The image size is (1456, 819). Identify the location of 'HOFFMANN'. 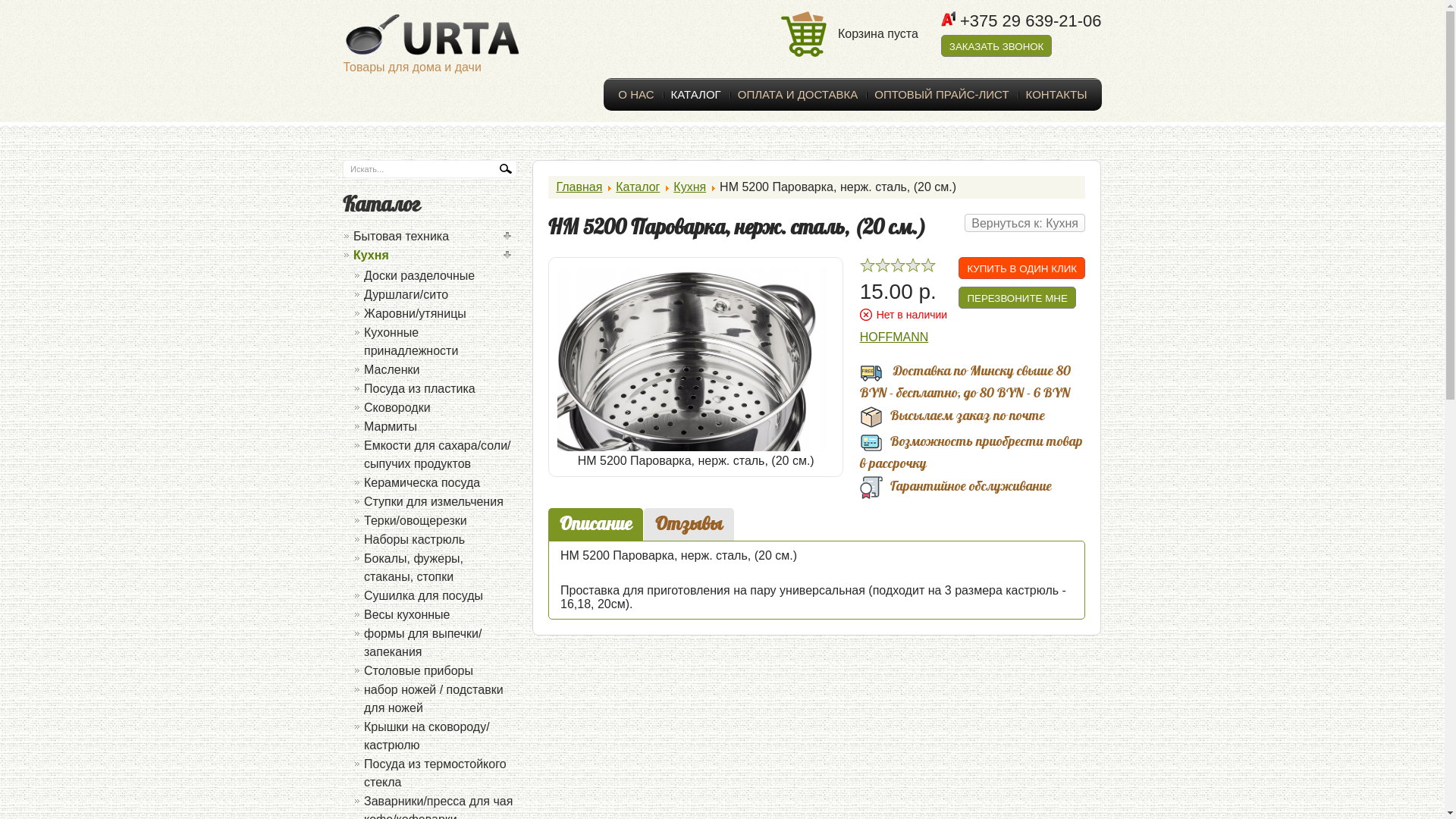
(894, 336).